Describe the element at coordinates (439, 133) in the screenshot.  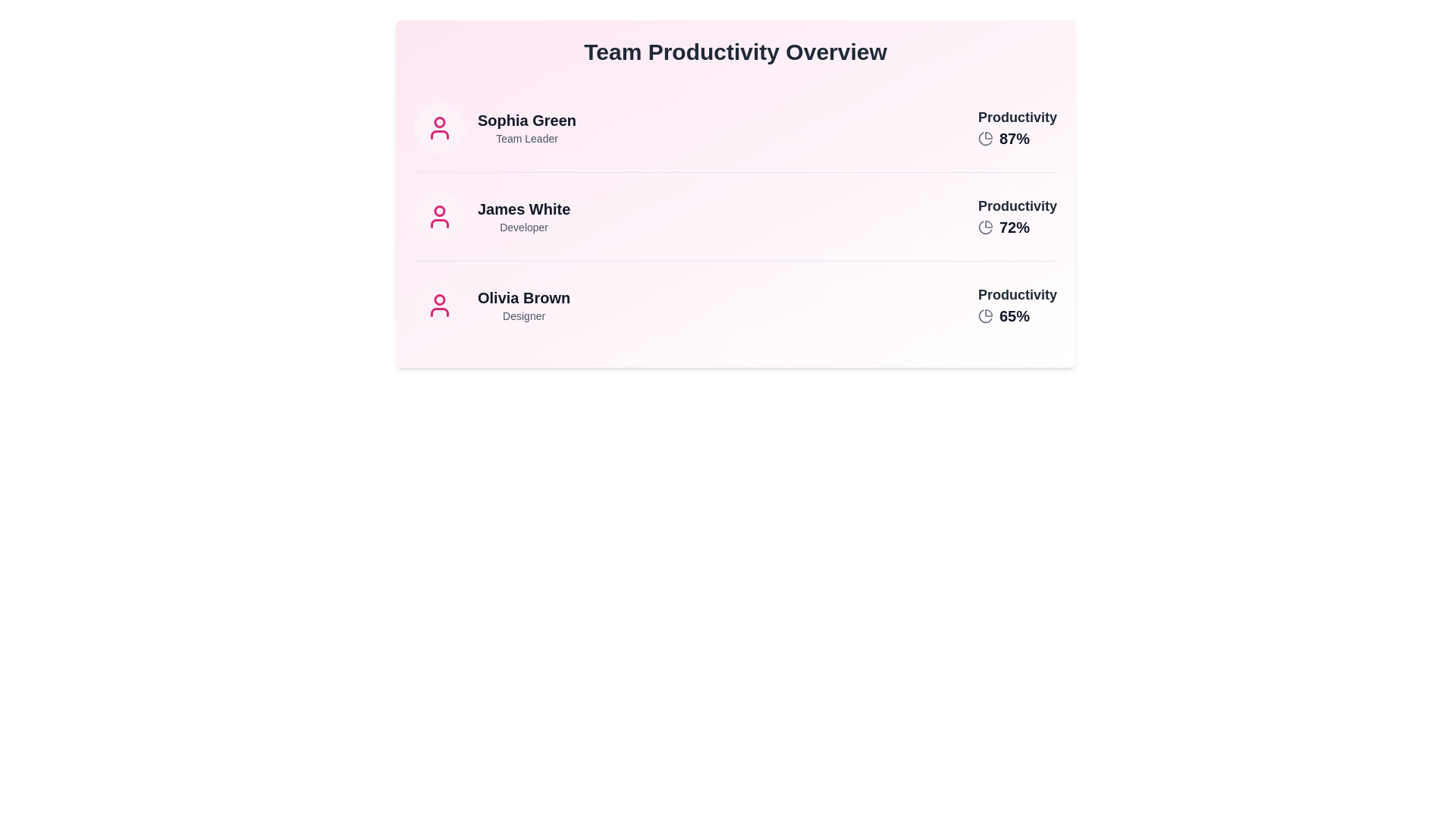
I see `the user profile icon located to the left of 'Sophia Green', who is identified as 'Team Leader'` at that location.